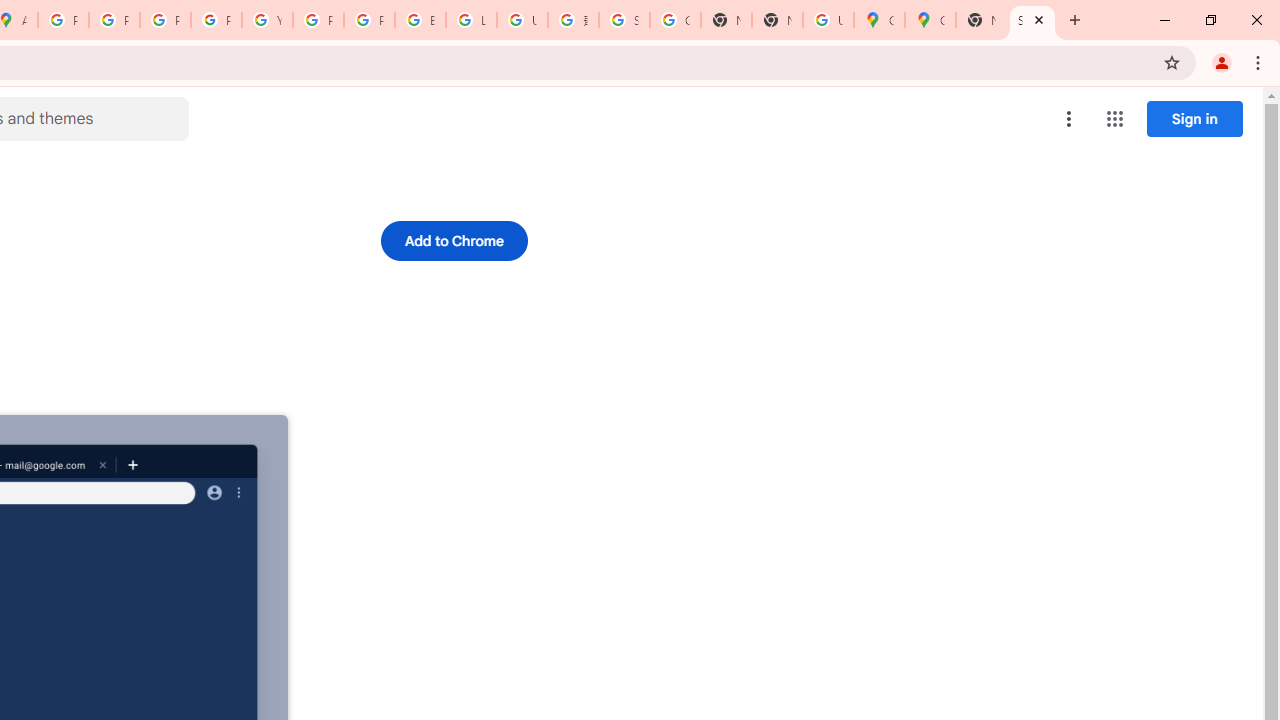  What do you see at coordinates (879, 20) in the screenshot?
I see `'Google Maps'` at bounding box center [879, 20].